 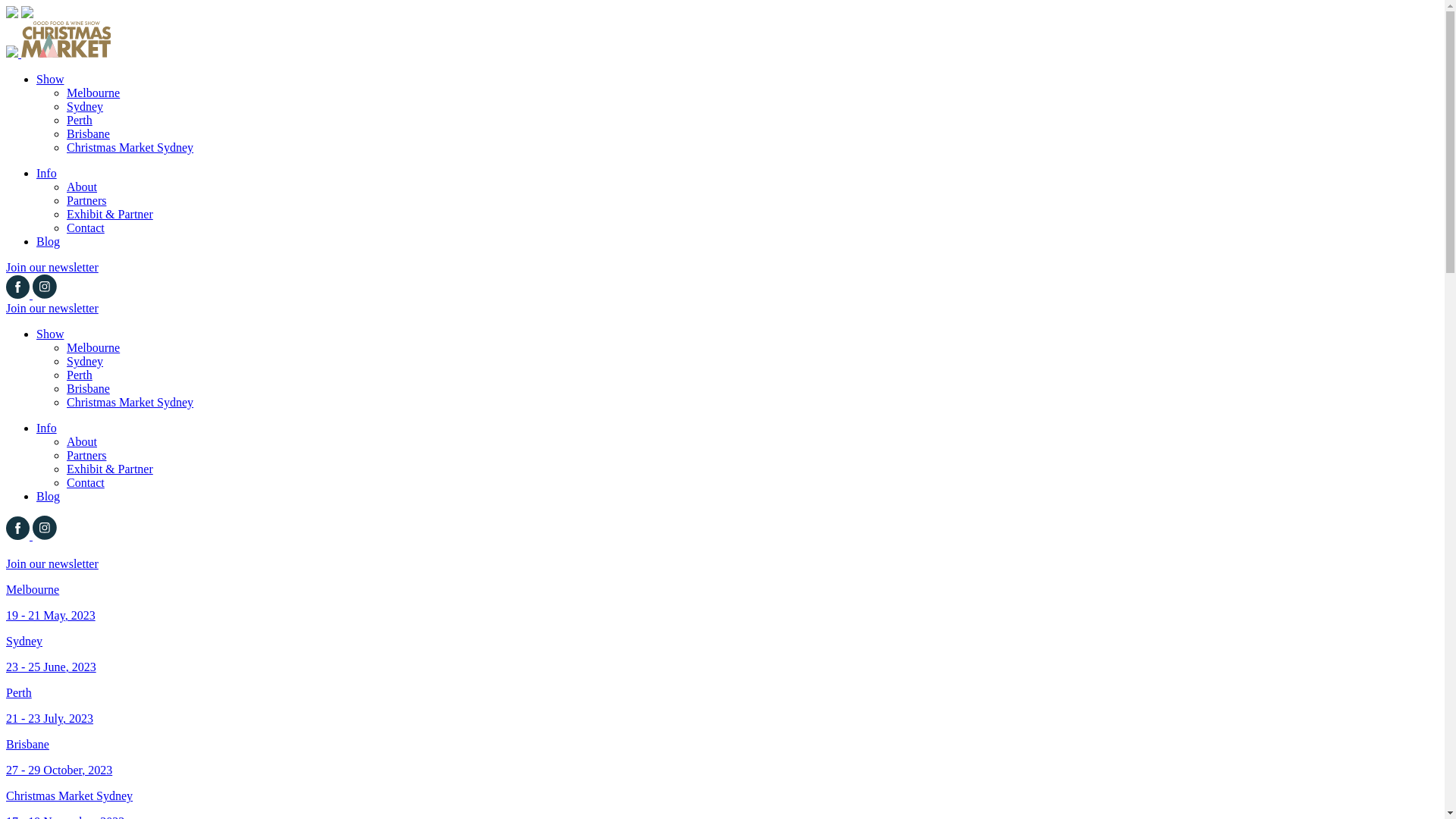 What do you see at coordinates (36, 333) in the screenshot?
I see `'Show'` at bounding box center [36, 333].